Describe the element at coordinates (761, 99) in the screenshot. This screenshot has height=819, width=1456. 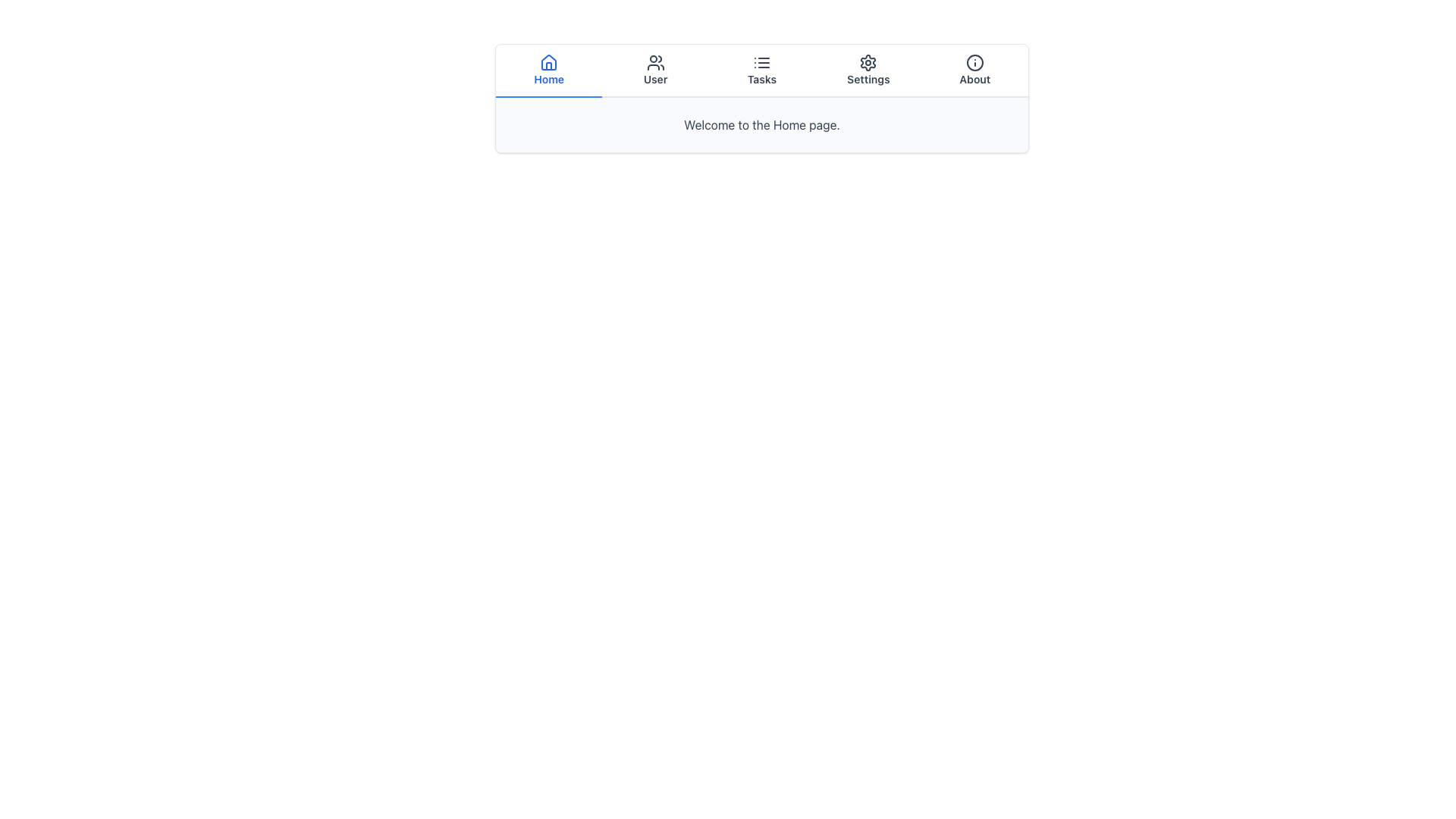
I see `a link within the navigational Card located at the top of the interface, which contains navigational buttons and a welcome message` at that location.